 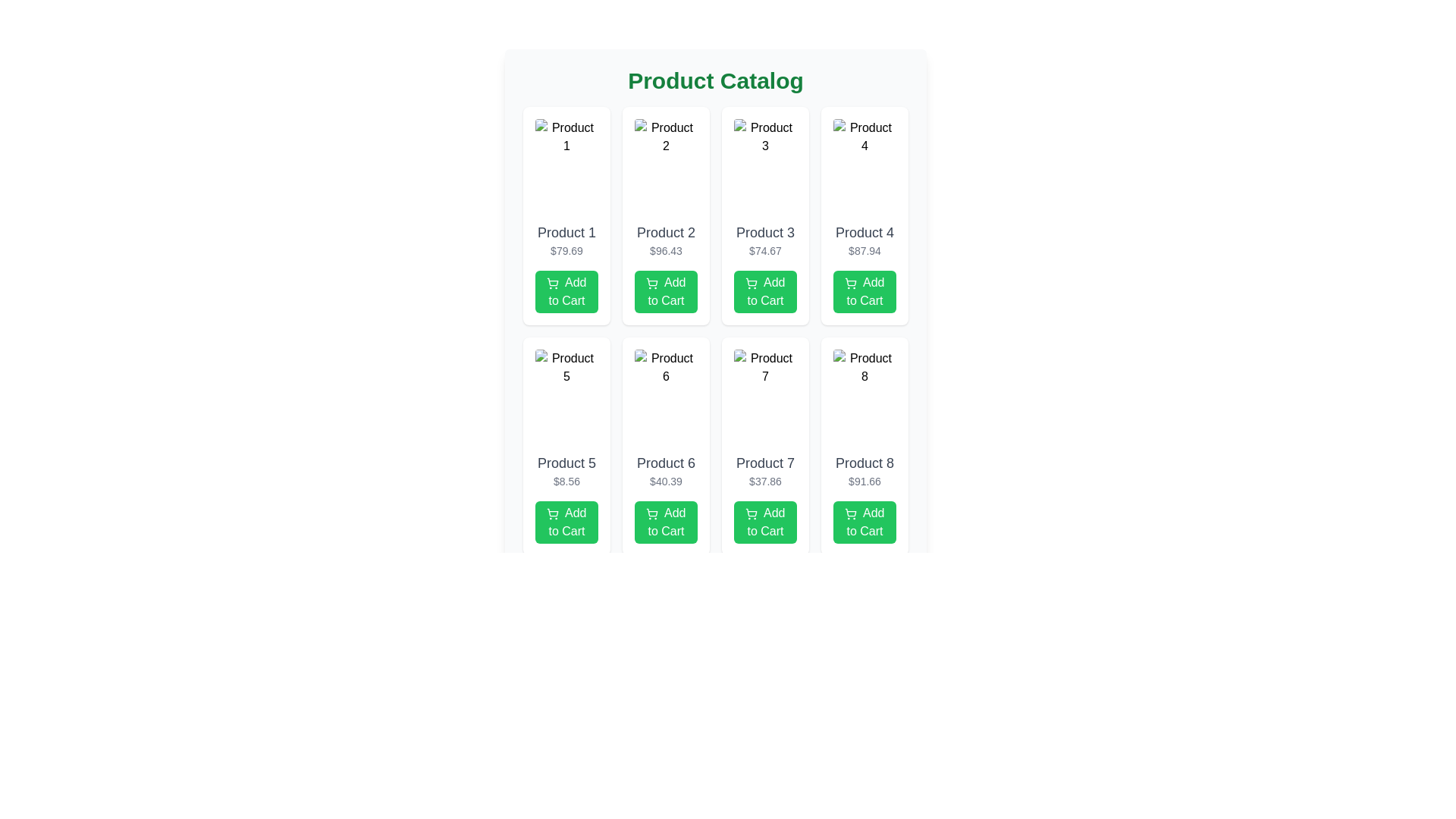 What do you see at coordinates (566, 250) in the screenshot?
I see `the price label for 'Product 1', which is located in the second row of text within the product card, directly below the product's name and above the 'Add to Cart' button` at bounding box center [566, 250].